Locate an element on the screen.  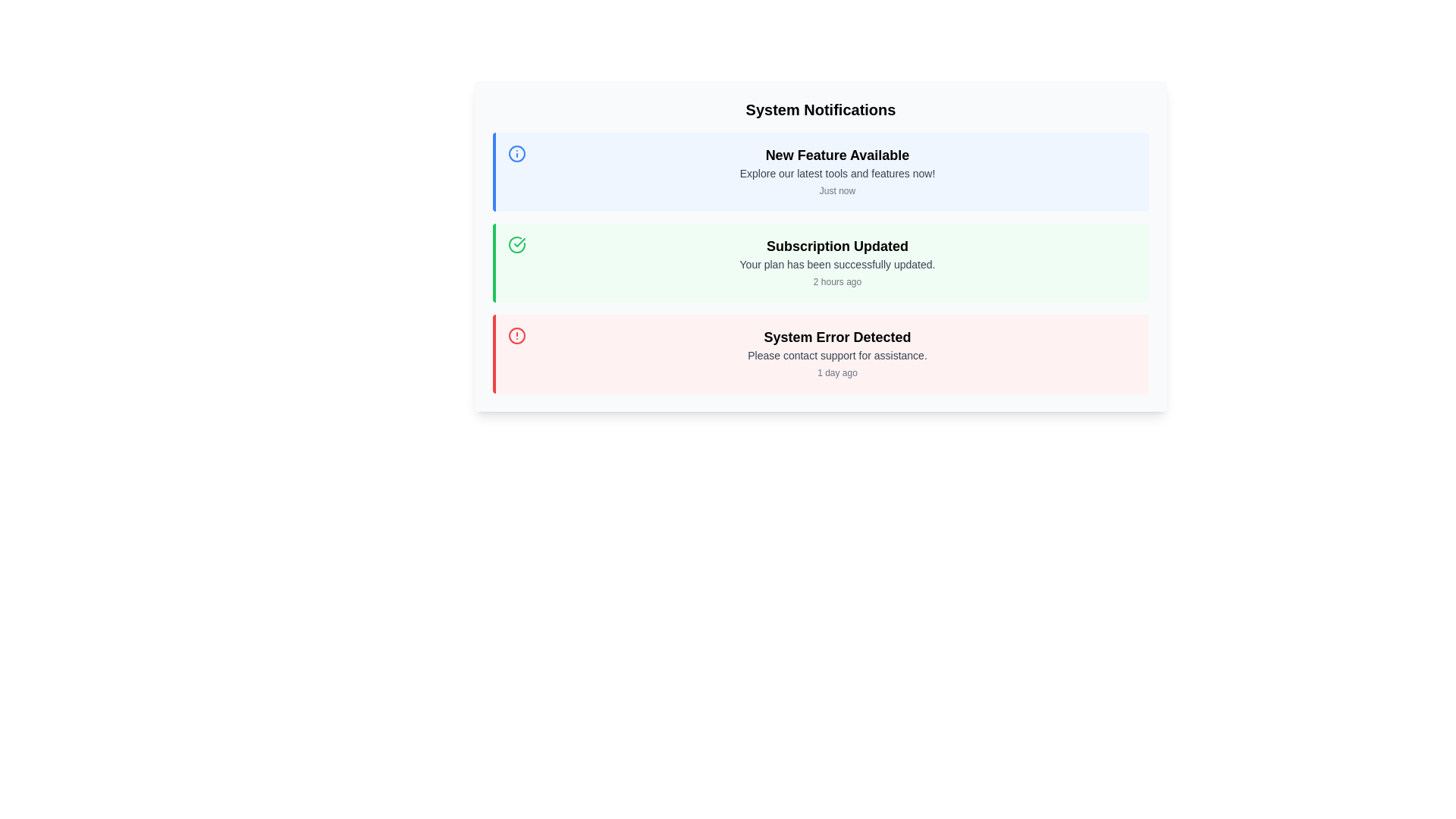
the circular outline-style blue information icon located at the top-left corner inside the blue notification card, which features a central dot and a vertical line beneath it is located at coordinates (516, 154).